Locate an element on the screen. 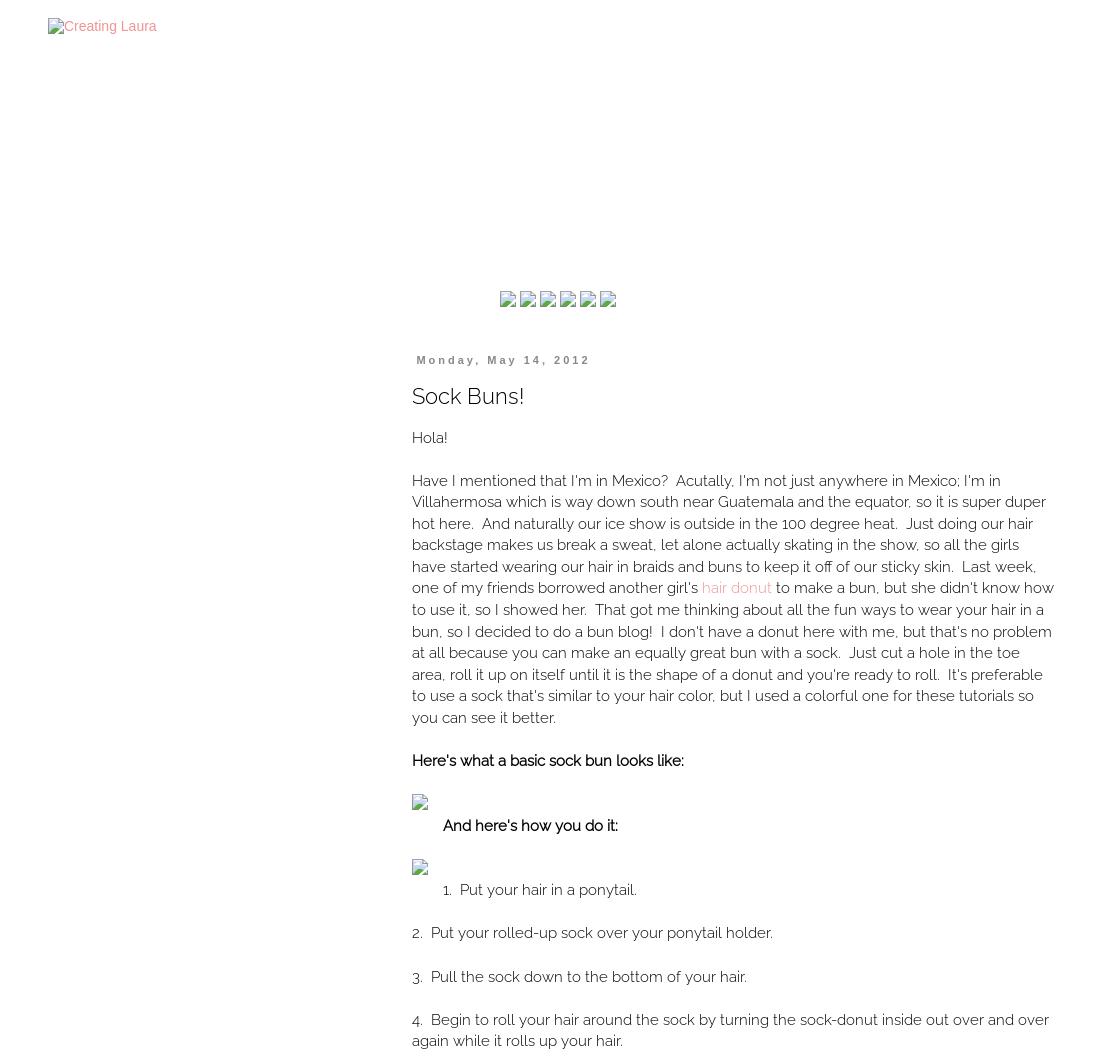 The height and width of the screenshot is (1063, 1108). 'Monday, May 14, 2012' is located at coordinates (416, 360).